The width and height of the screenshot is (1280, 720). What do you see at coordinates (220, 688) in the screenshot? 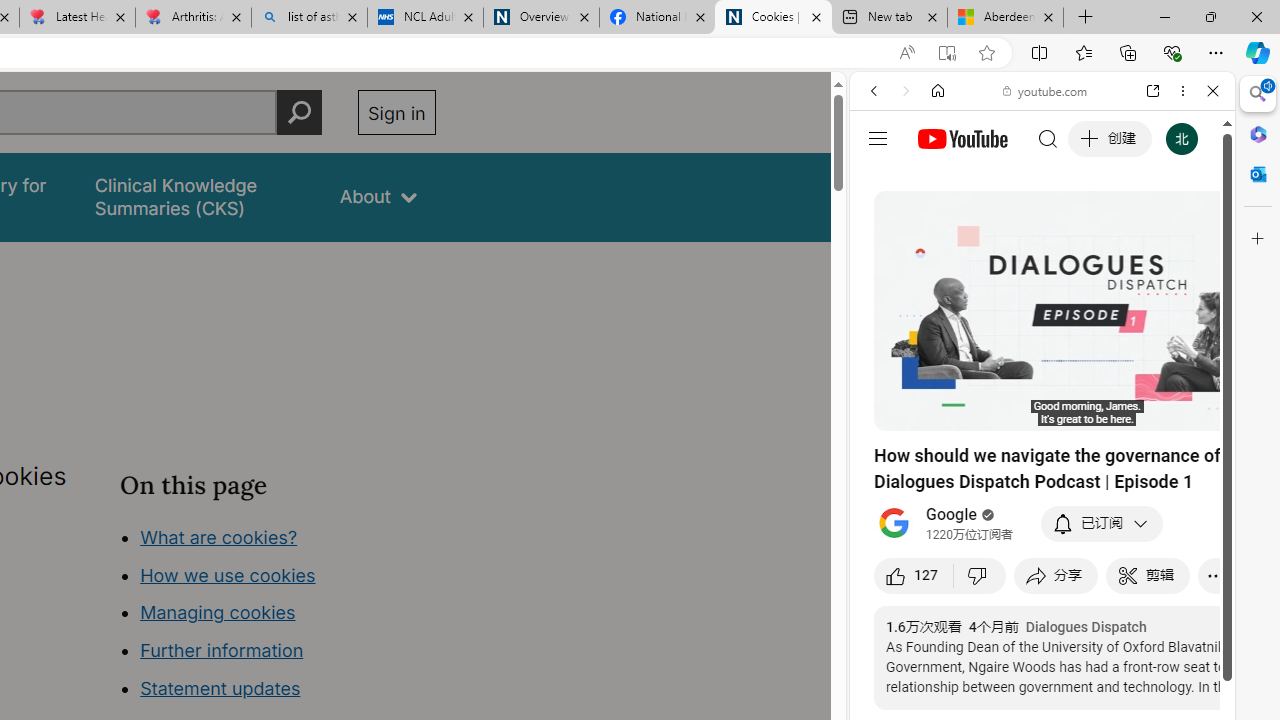
I see `'Statement updates'` at bounding box center [220, 688].